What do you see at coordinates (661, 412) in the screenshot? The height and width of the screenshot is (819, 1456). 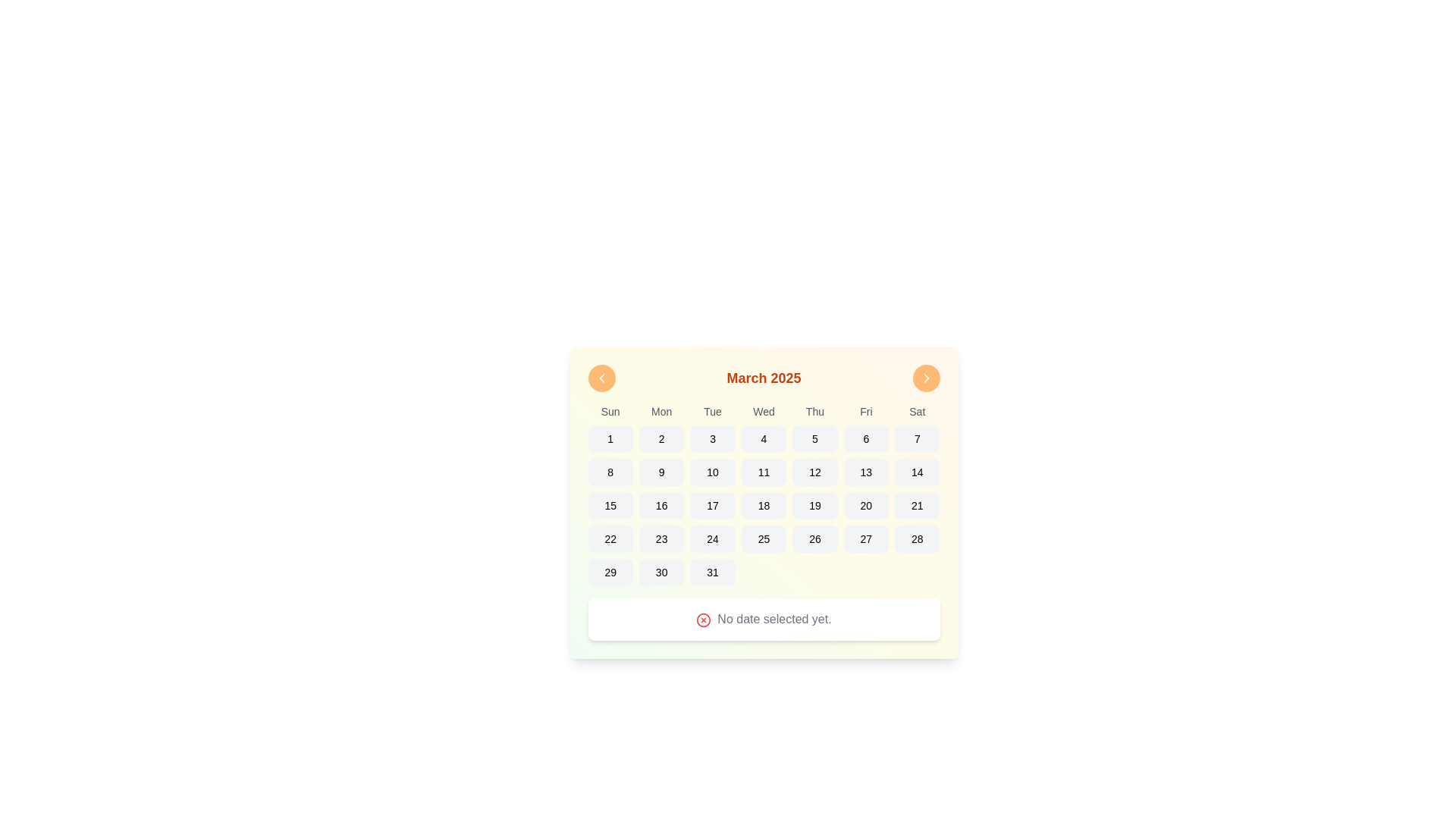 I see `the text label displaying 'Mon' in the second column of the first row of the calendar header` at bounding box center [661, 412].